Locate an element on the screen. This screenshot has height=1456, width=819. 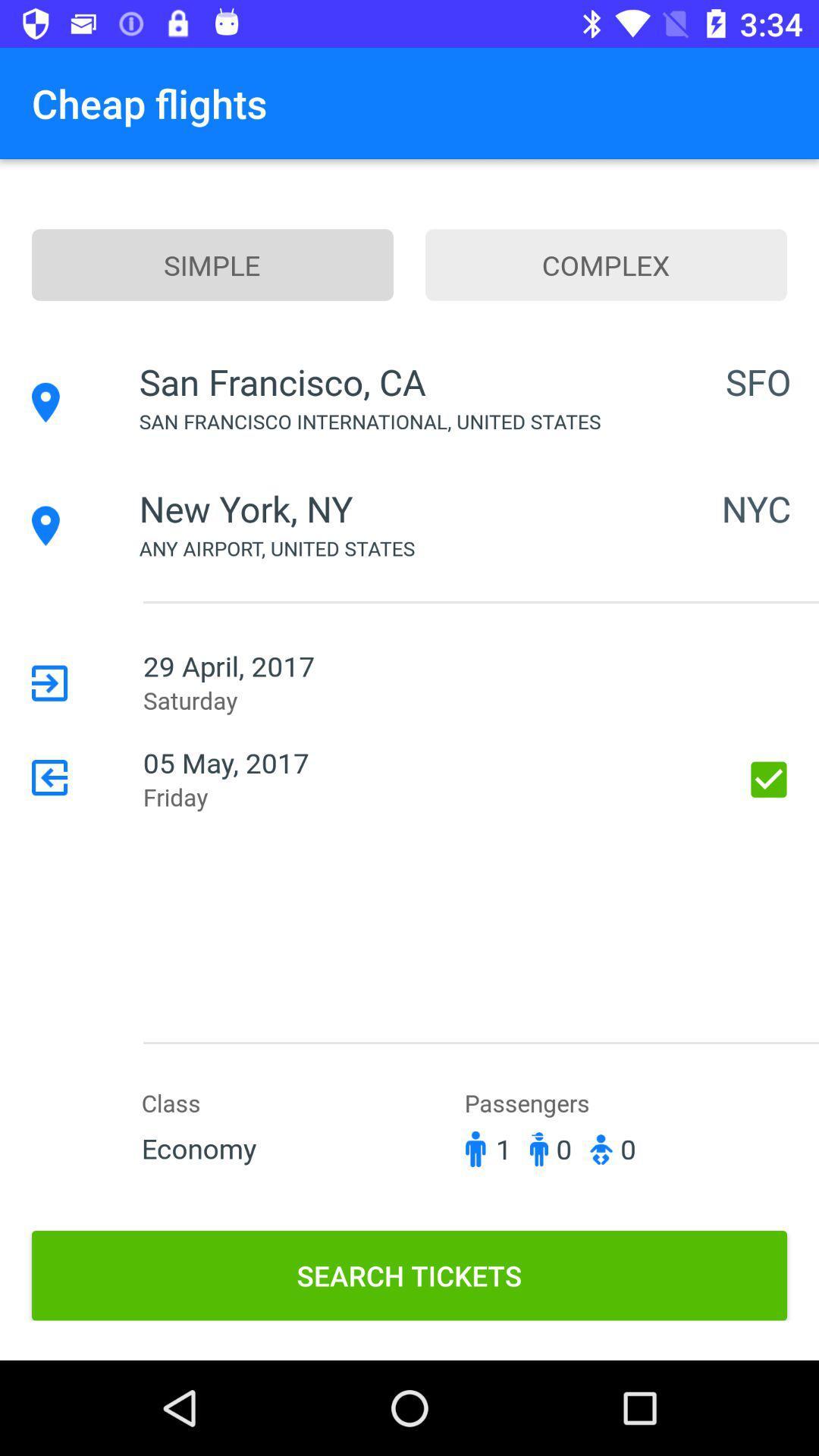
the icon to the left of complex icon is located at coordinates (212, 265).